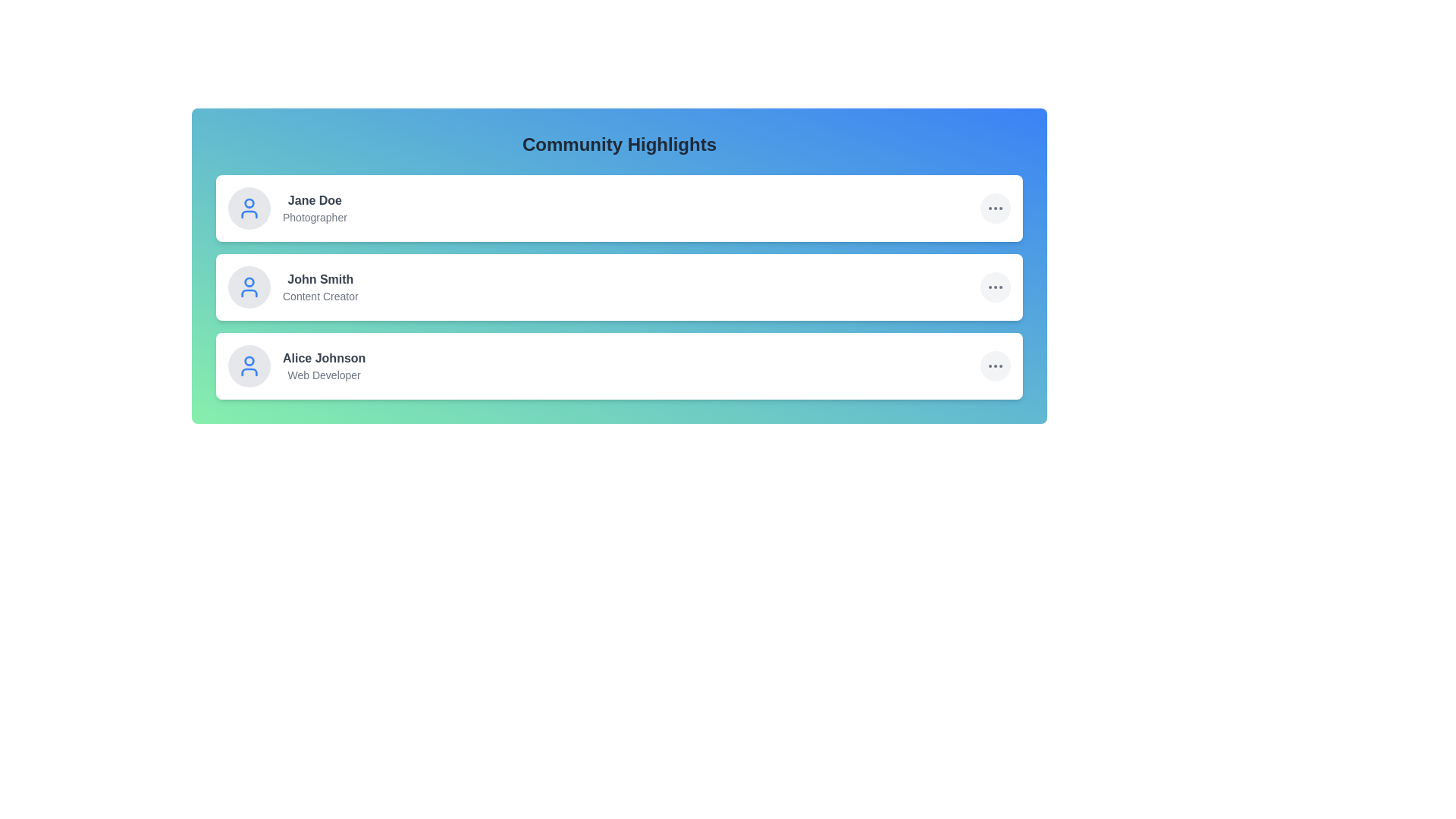 This screenshot has height=819, width=1456. I want to click on displayed text in the Text Display element showing 'Alice Johnson' and 'Web Developer', located in the Community Highlights section, aligned to the right of the user avatar, so click(323, 366).